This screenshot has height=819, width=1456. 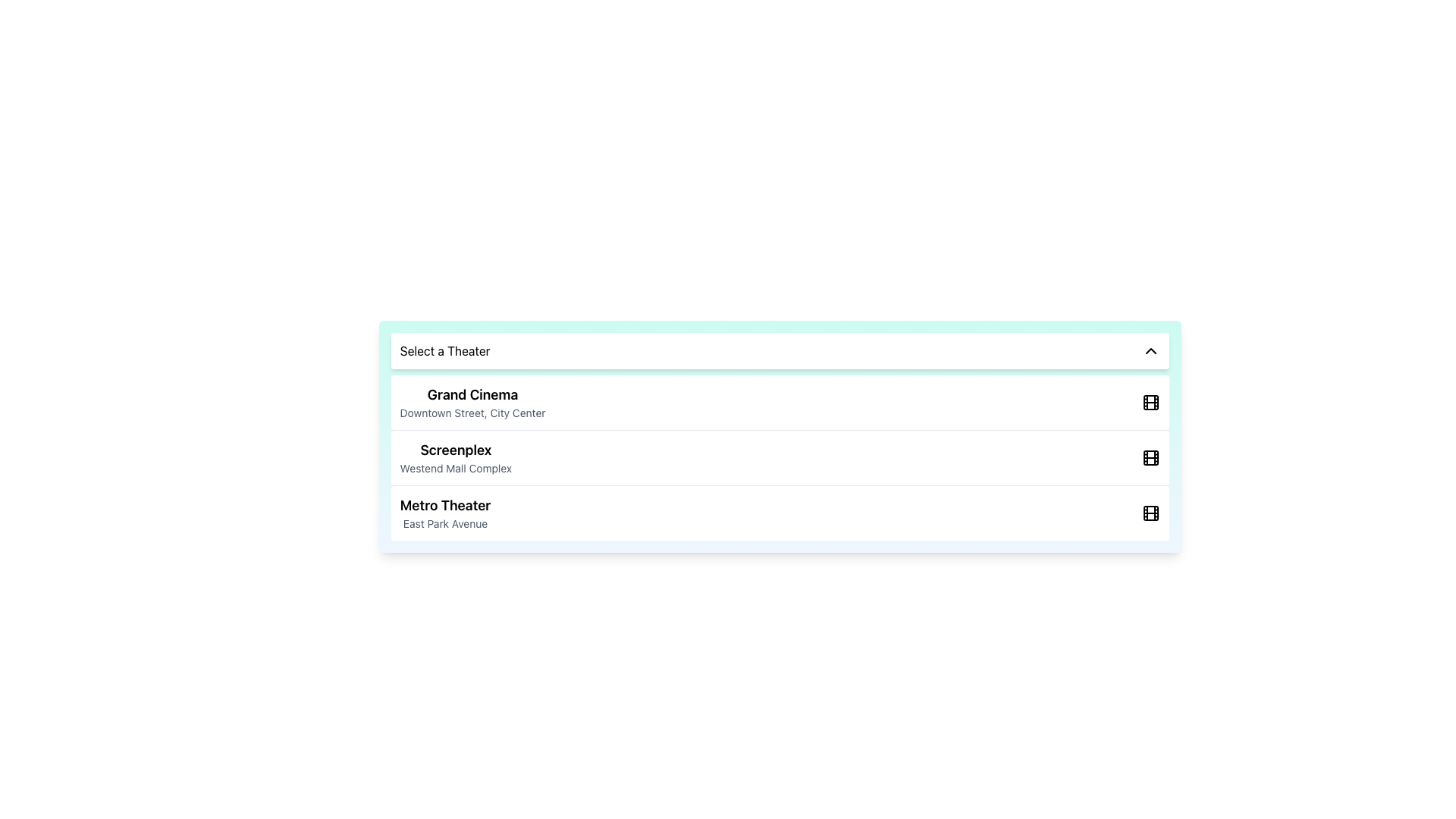 What do you see at coordinates (472, 394) in the screenshot?
I see `the theater title text label, which serves as an identifier for the theater's details in the dropdown menu` at bounding box center [472, 394].